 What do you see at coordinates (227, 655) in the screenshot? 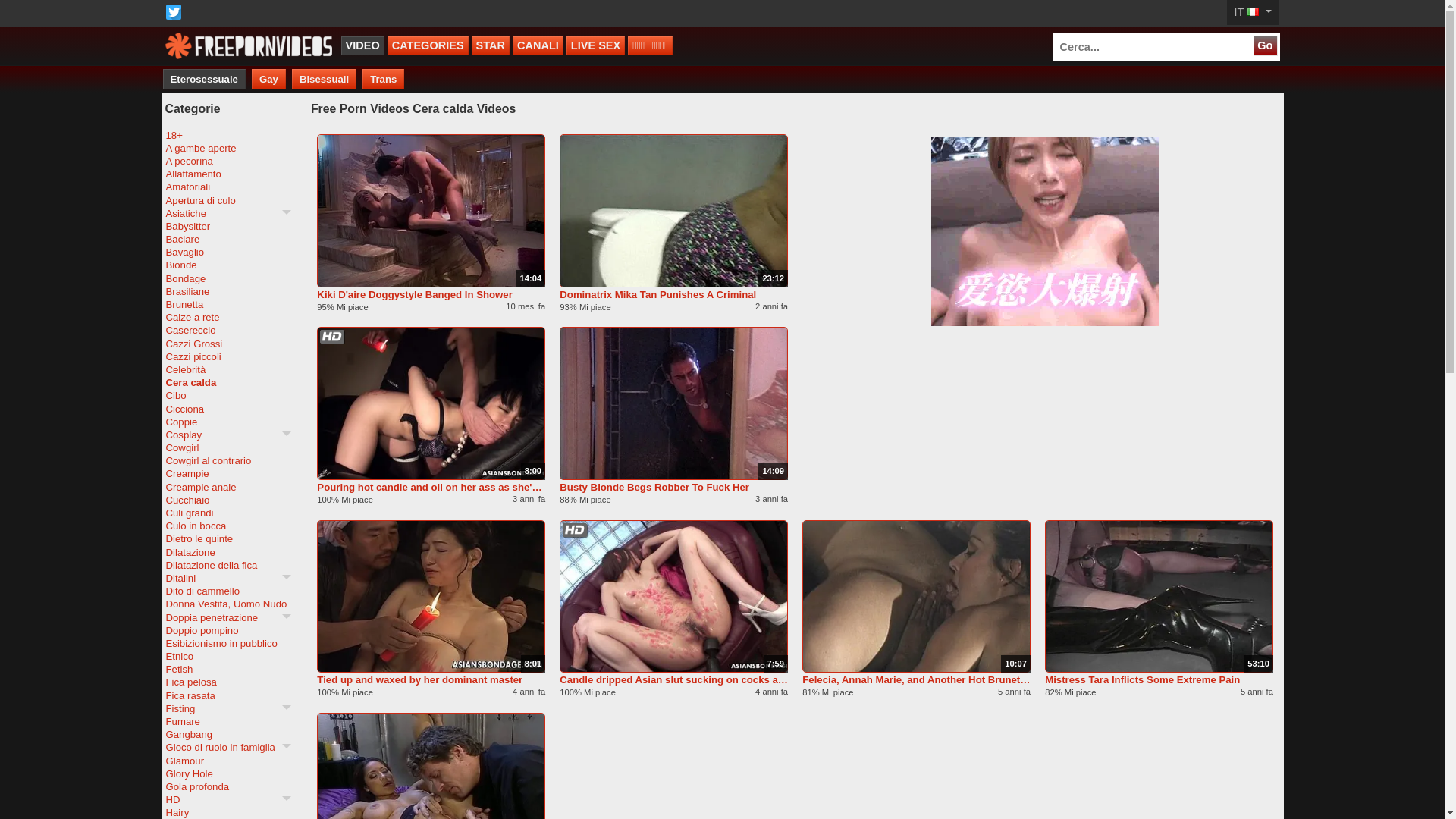
I see `'Etnico'` at bounding box center [227, 655].